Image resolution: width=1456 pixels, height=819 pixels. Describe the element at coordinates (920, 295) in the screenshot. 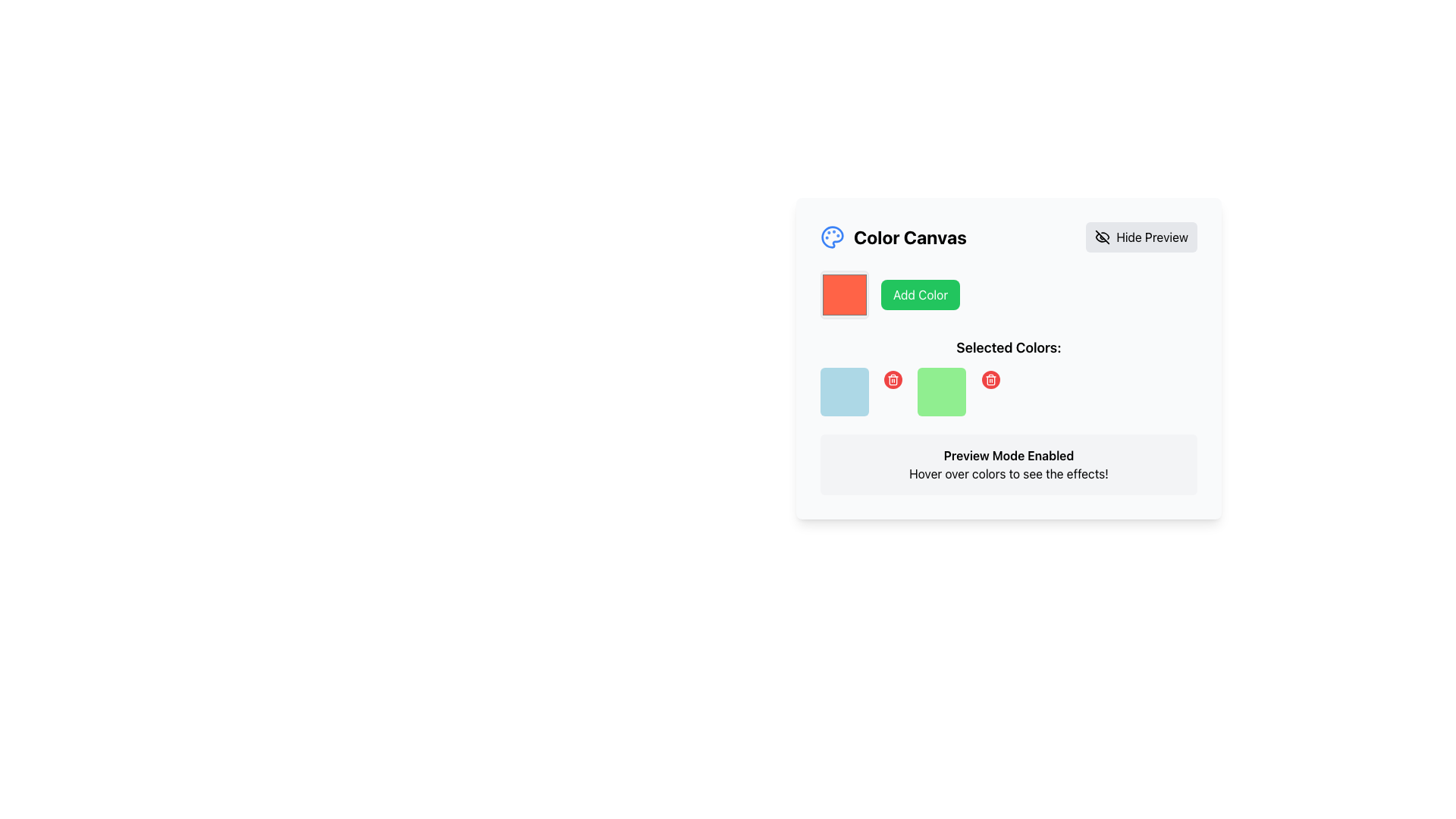

I see `the 'Add Color' button, which has a green background and white text` at that location.